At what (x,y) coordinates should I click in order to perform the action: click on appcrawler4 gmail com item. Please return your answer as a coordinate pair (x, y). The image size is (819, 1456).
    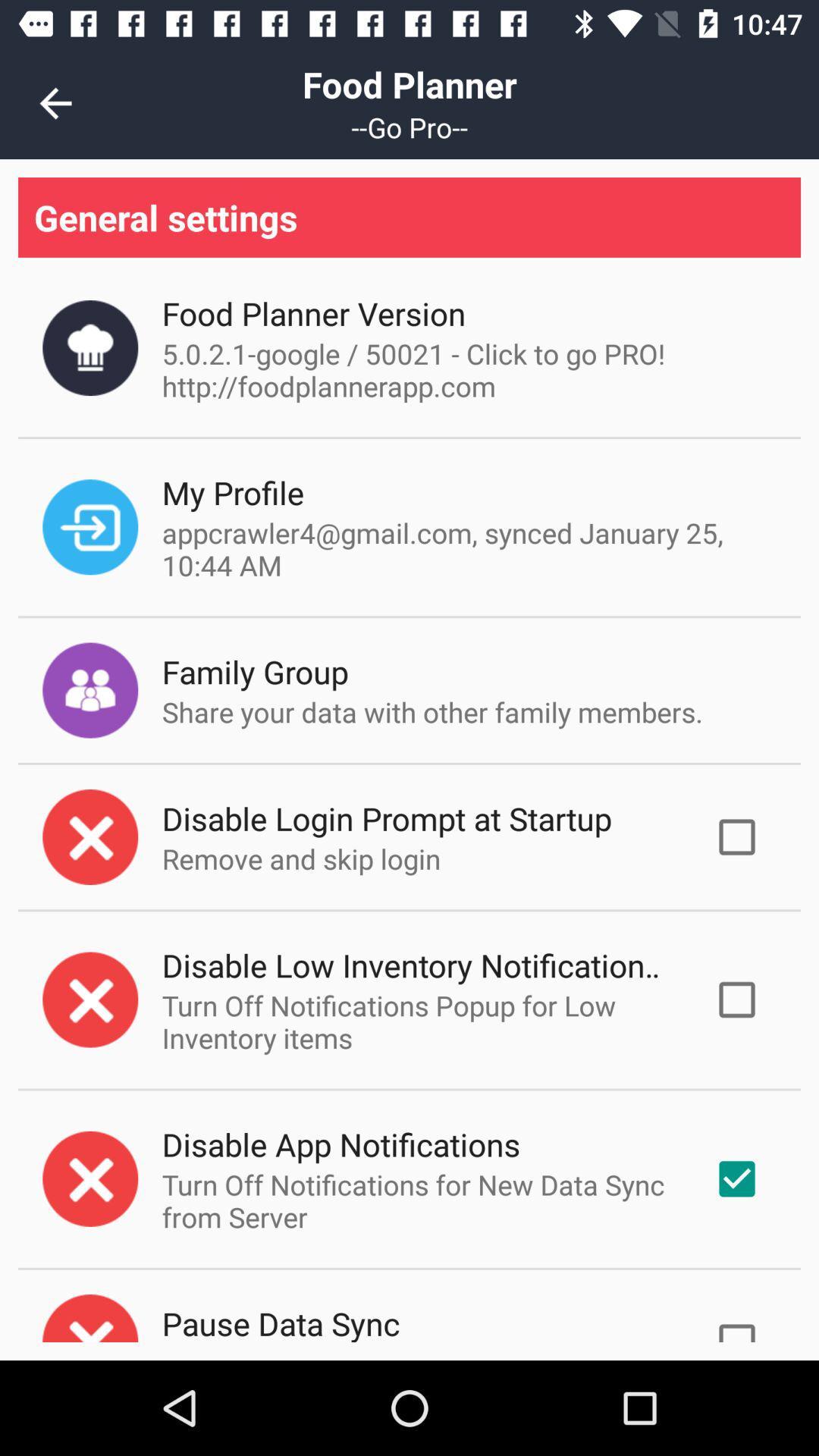
    Looking at the image, I should click on (464, 548).